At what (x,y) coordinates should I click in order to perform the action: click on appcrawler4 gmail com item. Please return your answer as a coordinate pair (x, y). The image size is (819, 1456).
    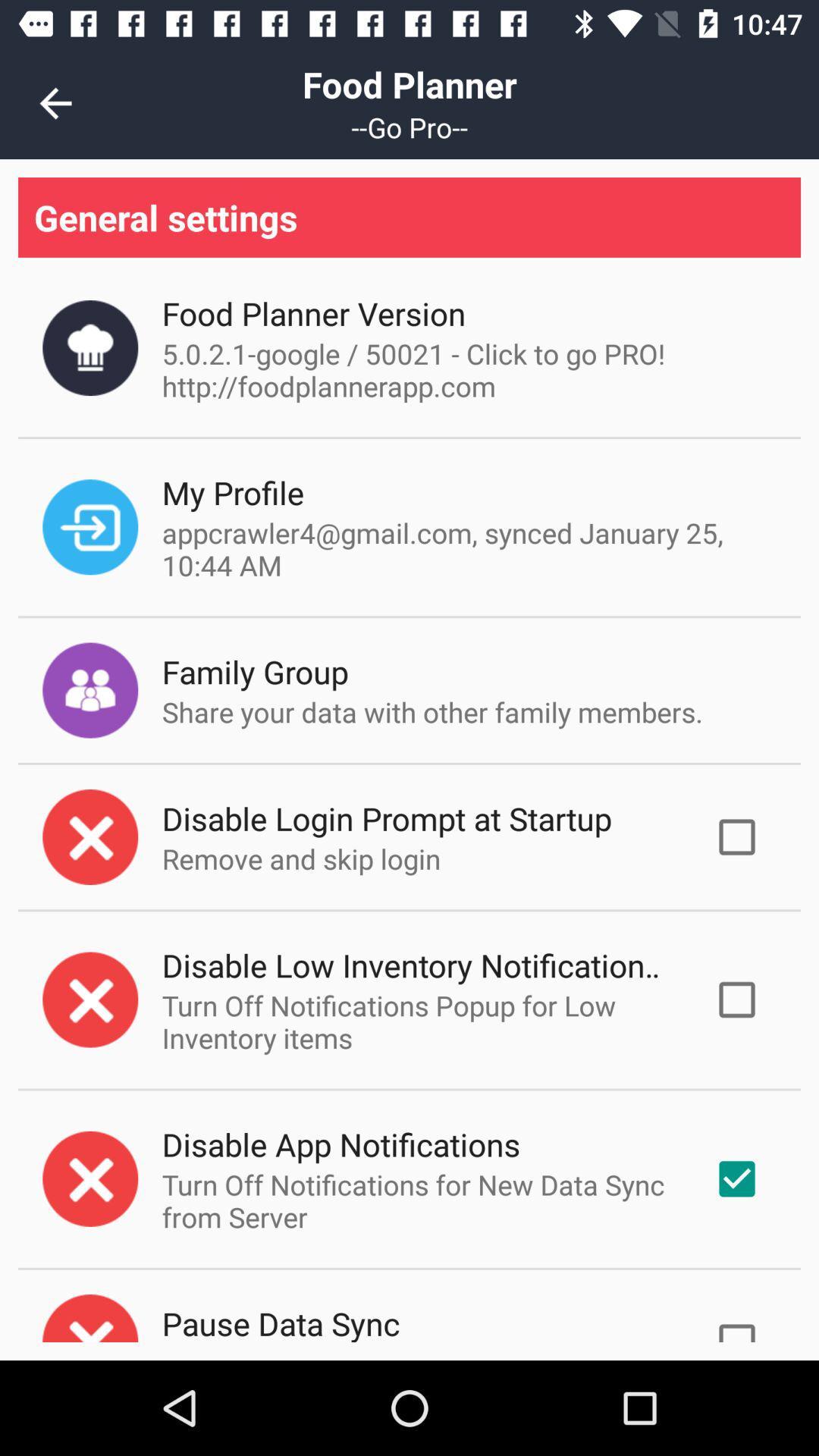
    Looking at the image, I should click on (464, 548).